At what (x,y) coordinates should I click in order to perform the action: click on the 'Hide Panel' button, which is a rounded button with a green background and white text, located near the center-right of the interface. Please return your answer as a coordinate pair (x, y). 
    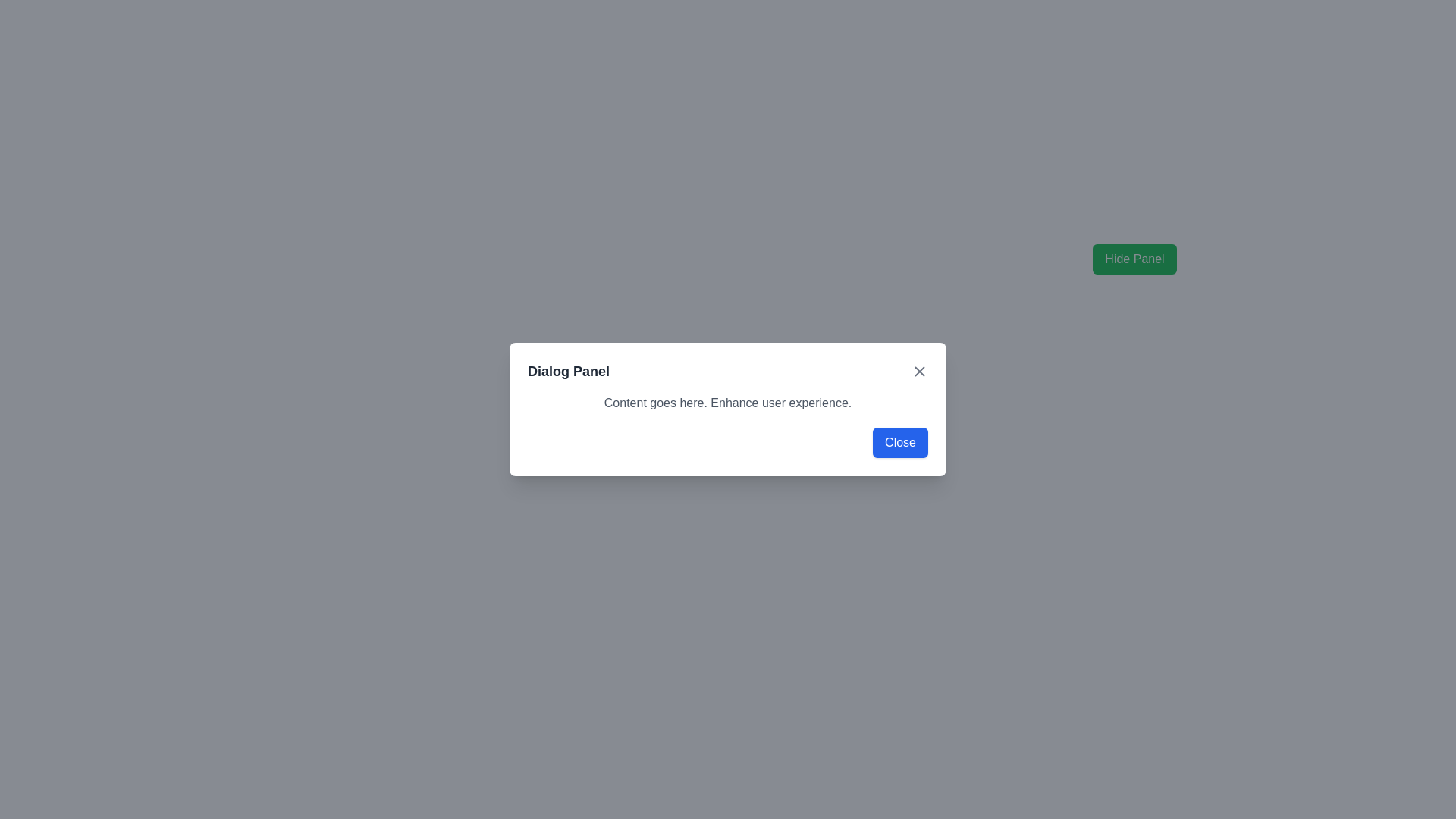
    Looking at the image, I should click on (1134, 259).